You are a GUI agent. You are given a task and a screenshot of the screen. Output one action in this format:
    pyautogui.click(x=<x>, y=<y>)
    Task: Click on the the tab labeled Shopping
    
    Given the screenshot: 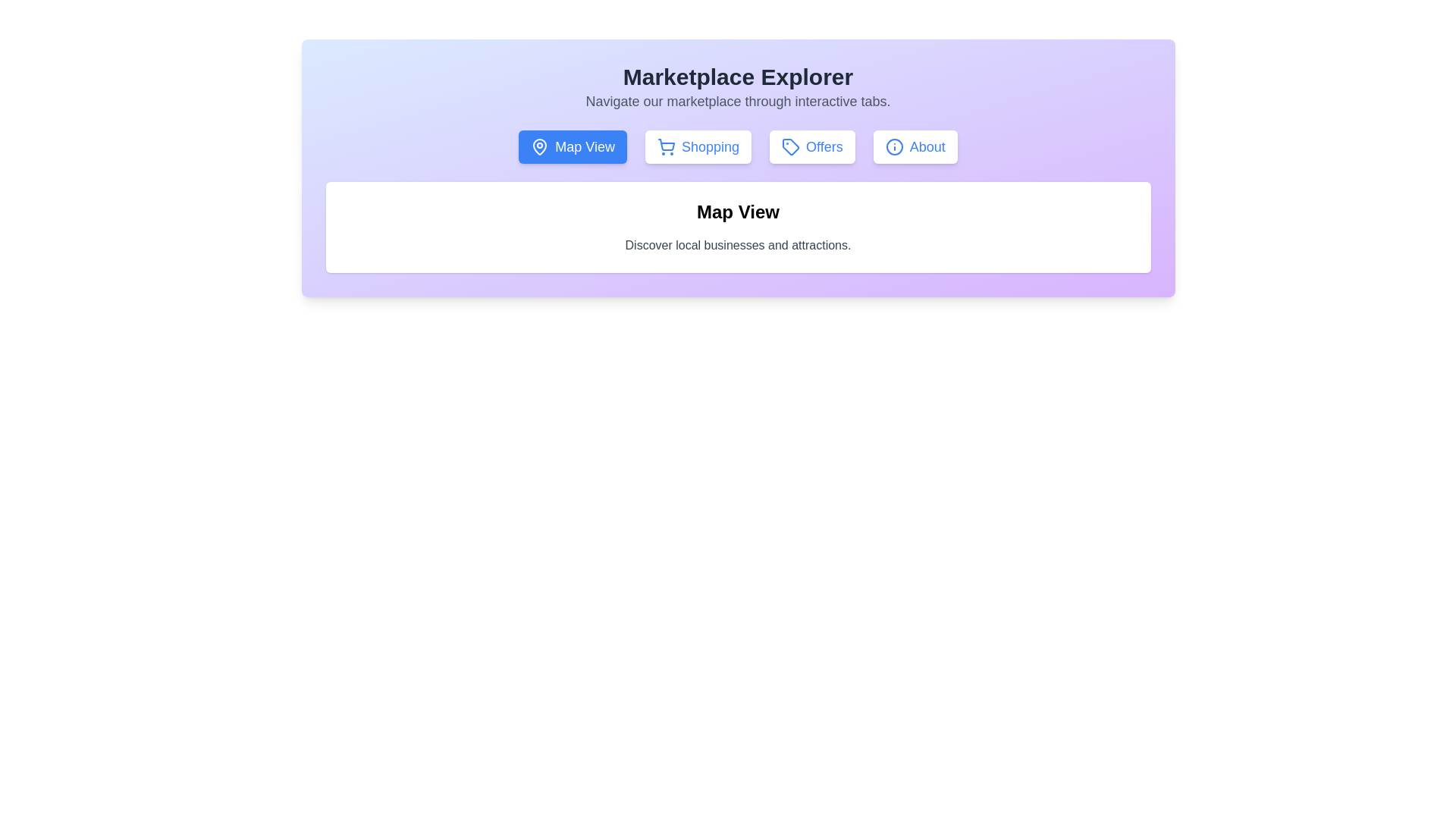 What is the action you would take?
    pyautogui.click(x=698, y=146)
    